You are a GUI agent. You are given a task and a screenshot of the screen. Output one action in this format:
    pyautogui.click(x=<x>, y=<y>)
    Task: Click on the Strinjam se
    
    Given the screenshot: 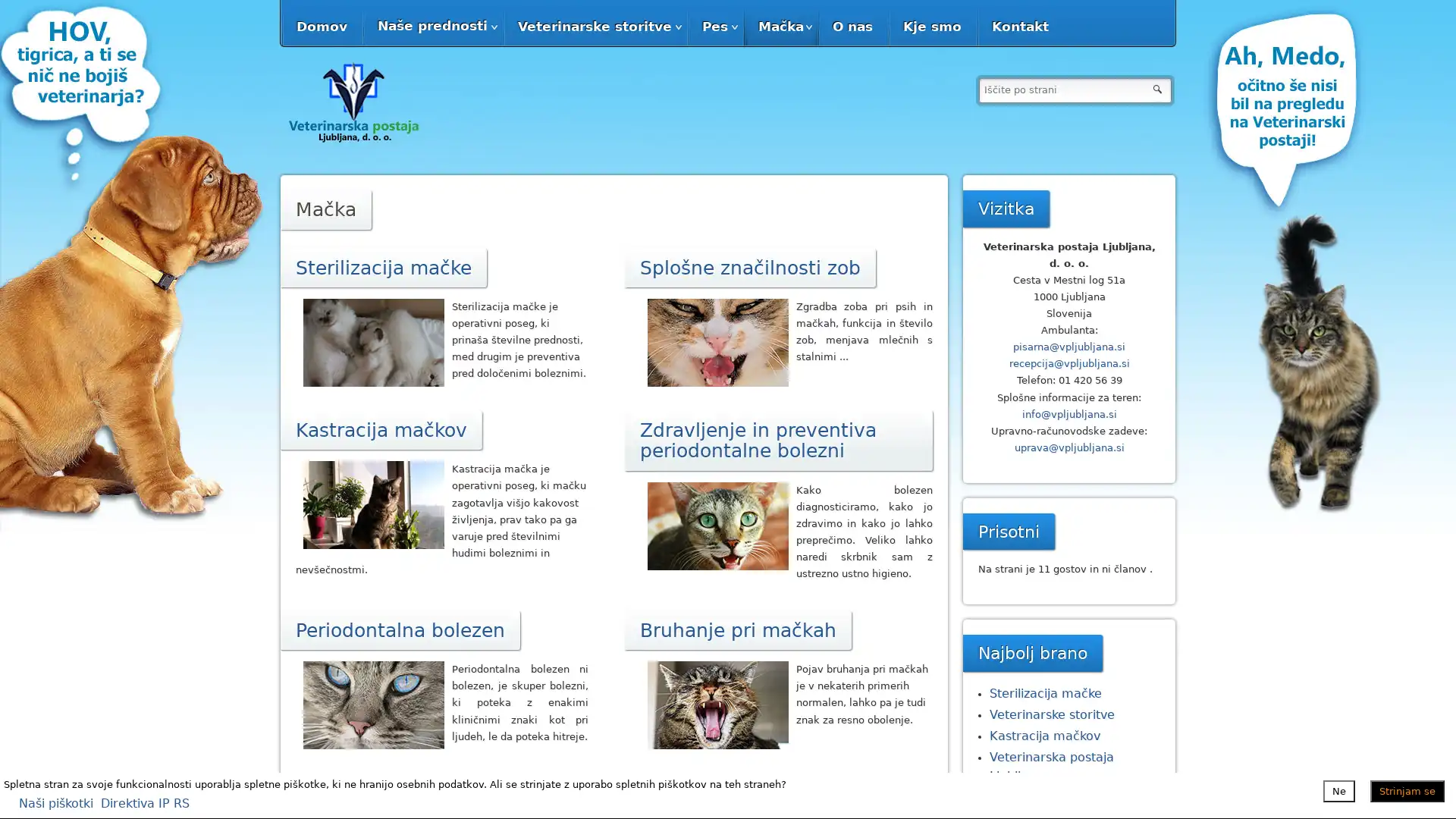 What is the action you would take?
    pyautogui.click(x=1407, y=789)
    